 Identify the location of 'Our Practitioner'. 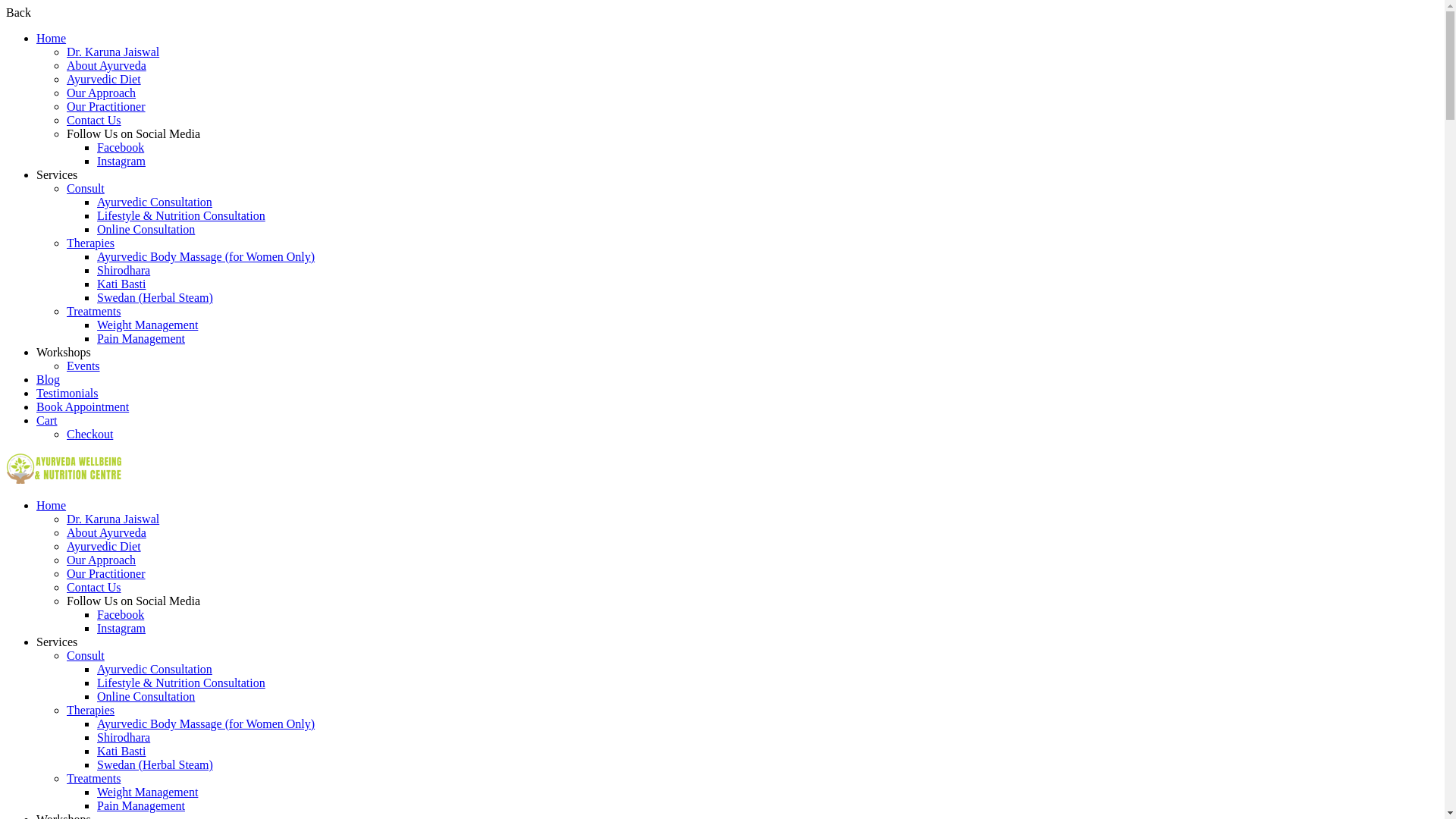
(105, 105).